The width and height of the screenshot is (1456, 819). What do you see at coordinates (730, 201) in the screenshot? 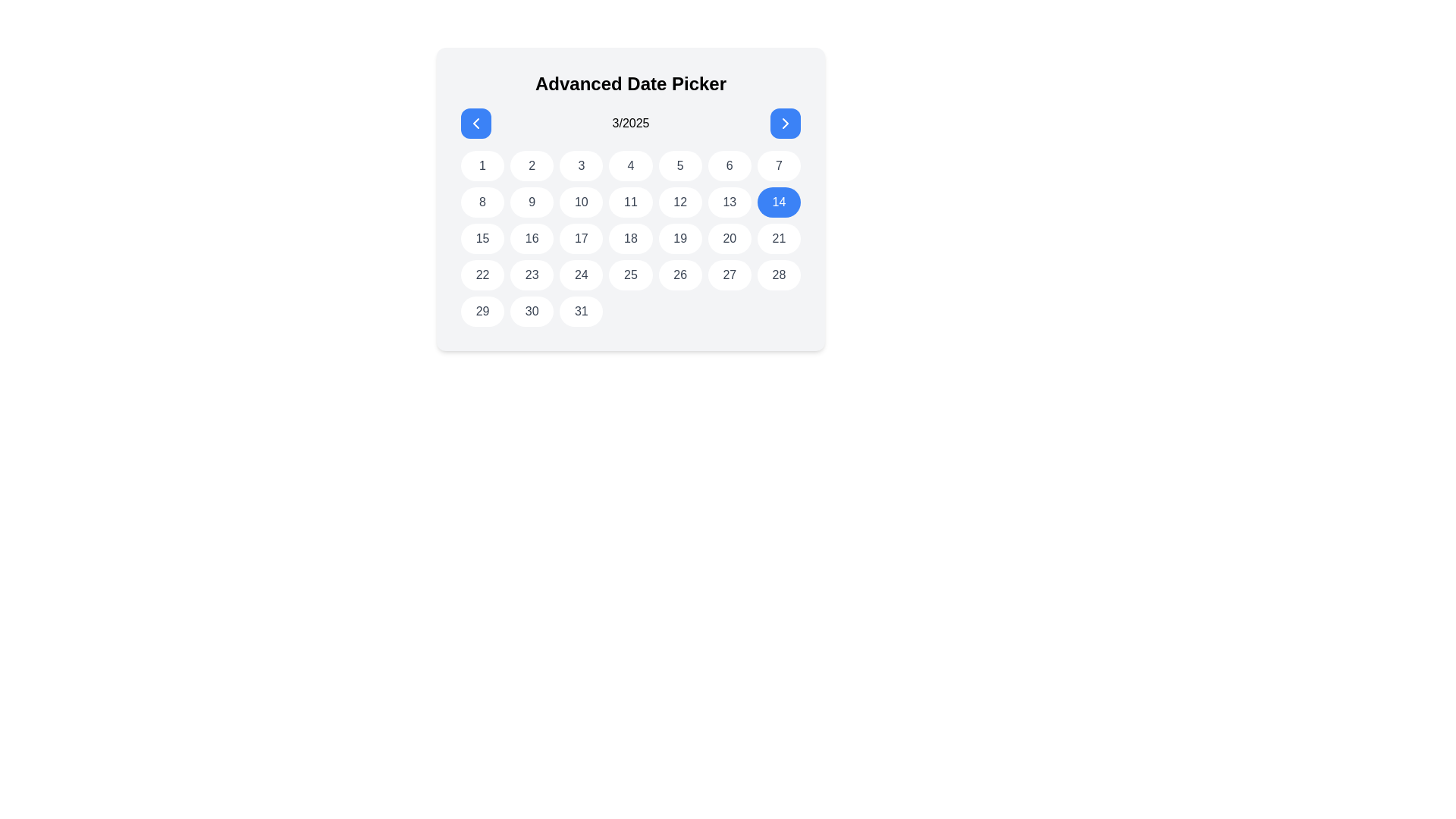
I see `the button representing the 13th day of the month in the date picker interface` at bounding box center [730, 201].